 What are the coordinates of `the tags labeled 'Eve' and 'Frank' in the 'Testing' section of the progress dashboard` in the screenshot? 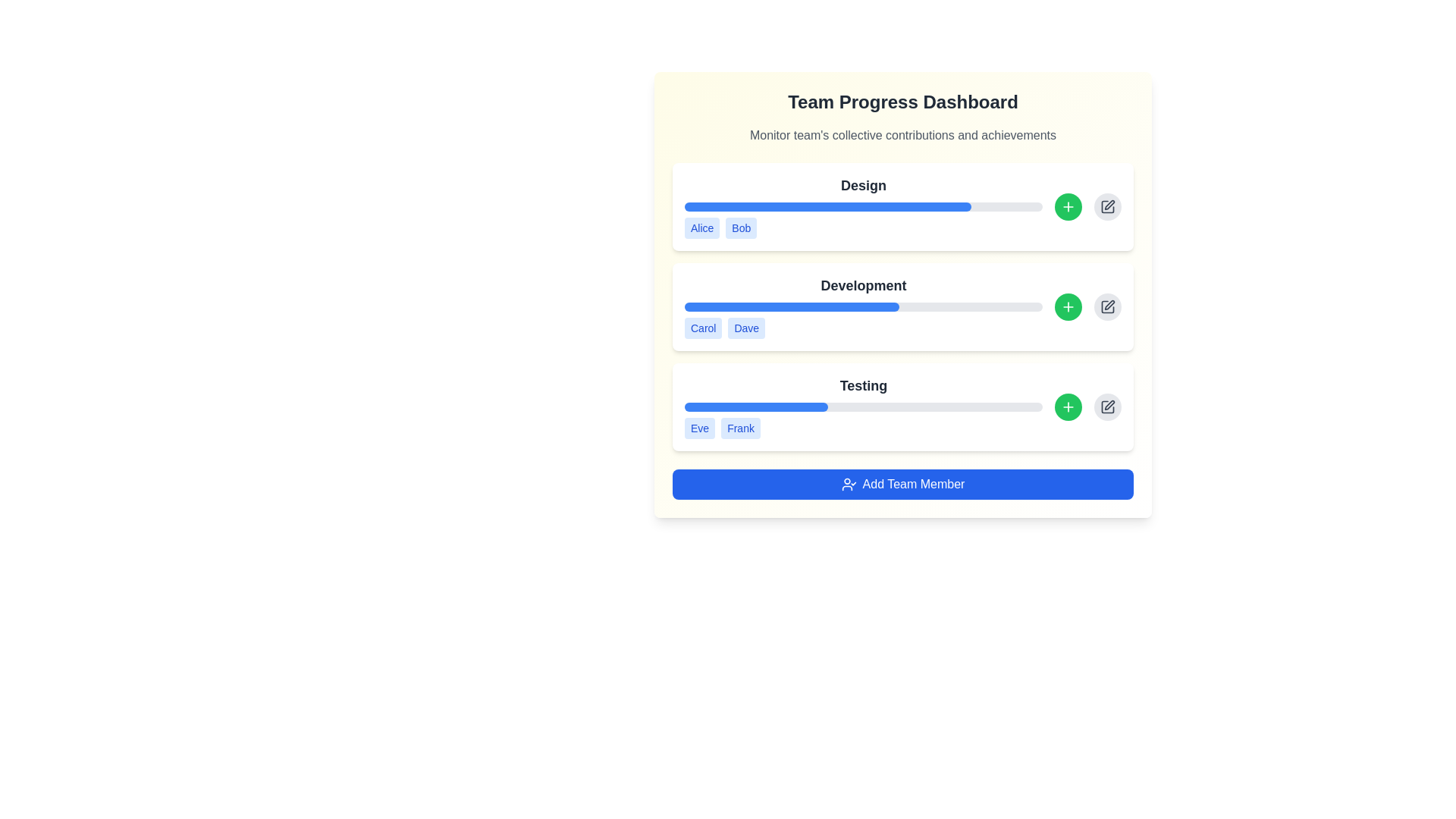 It's located at (902, 406).